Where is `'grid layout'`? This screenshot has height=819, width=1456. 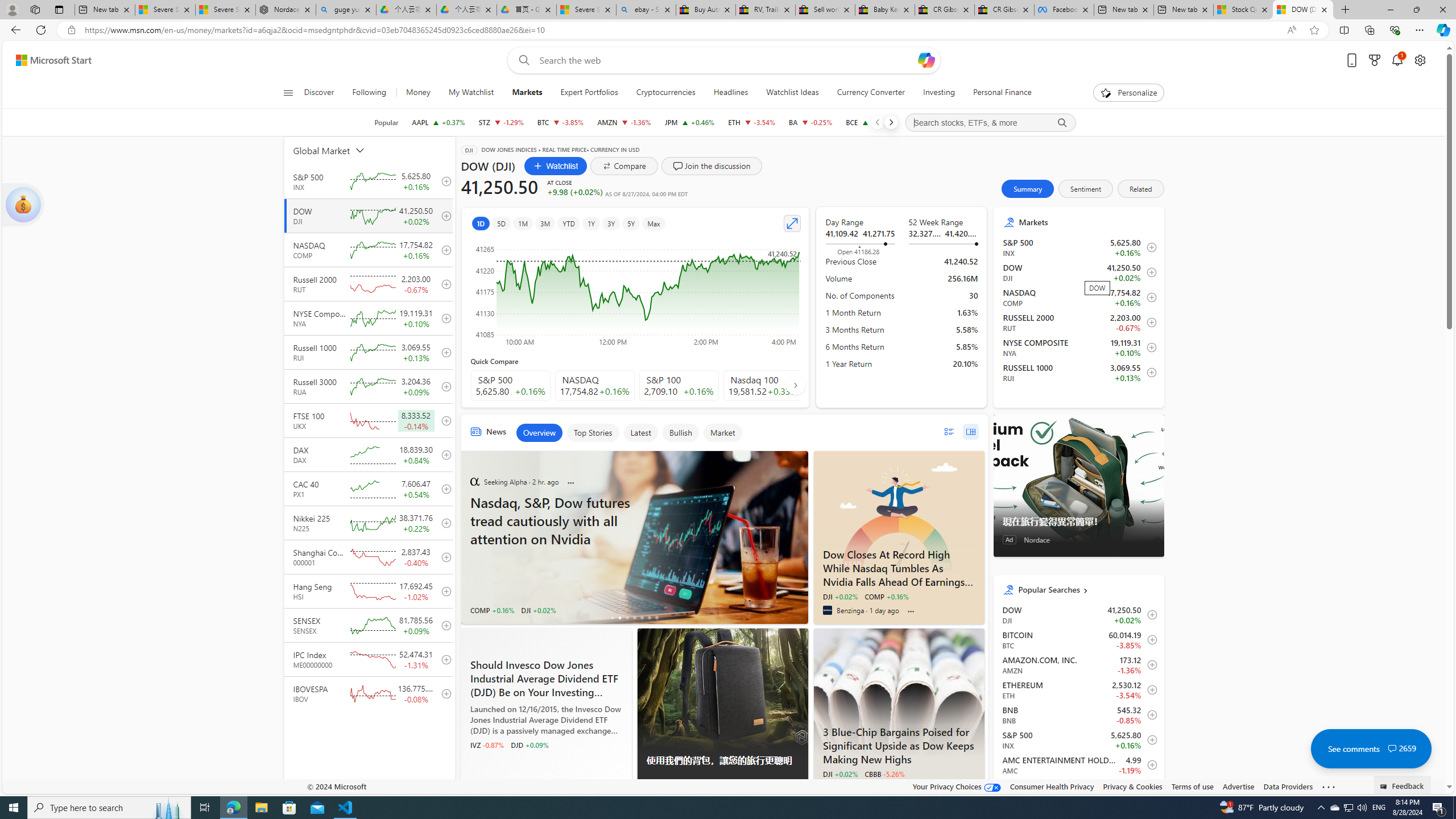 'grid layout' is located at coordinates (970, 431).